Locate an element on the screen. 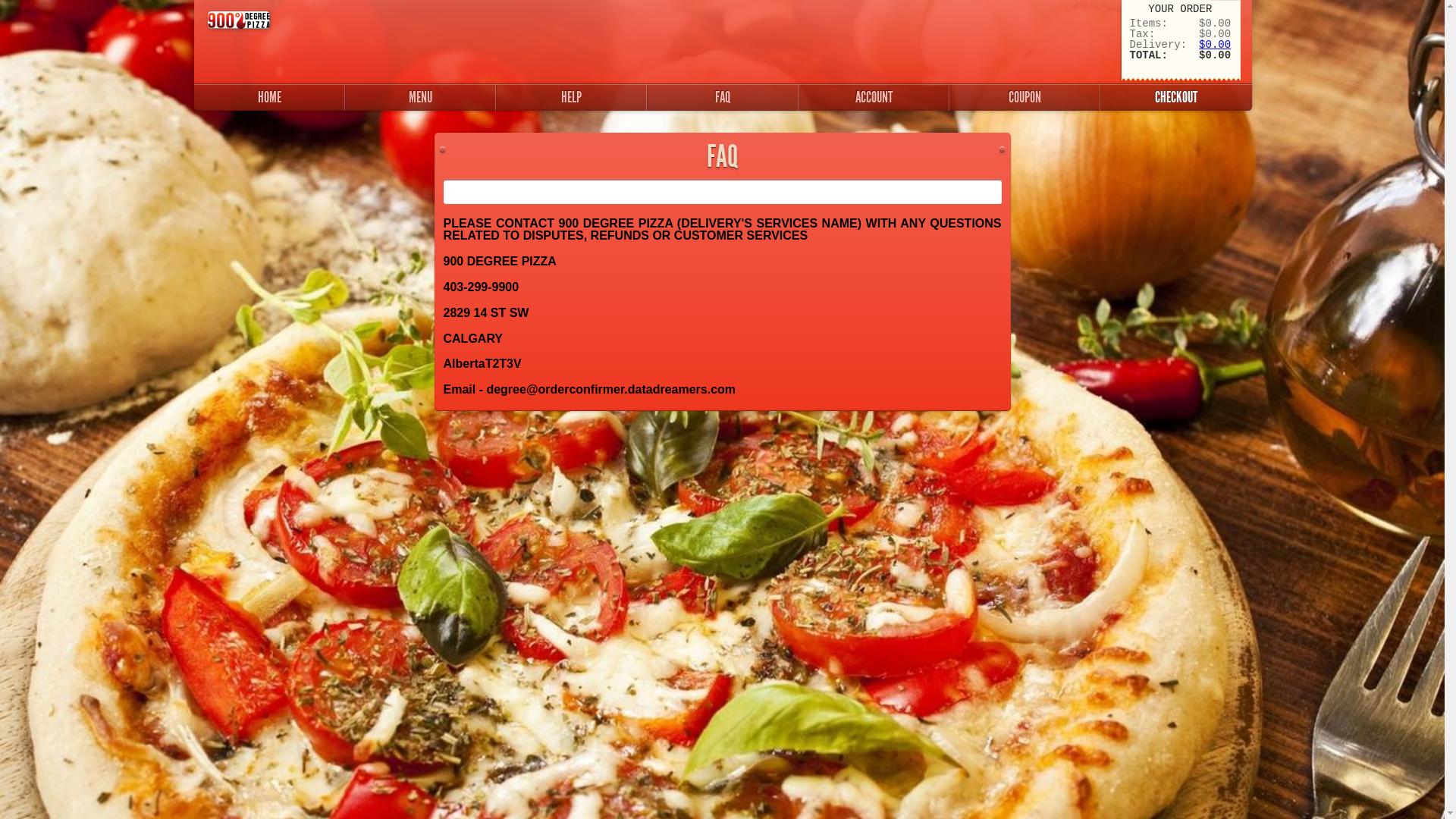  'CHECKOUT' is located at coordinates (1175, 97).